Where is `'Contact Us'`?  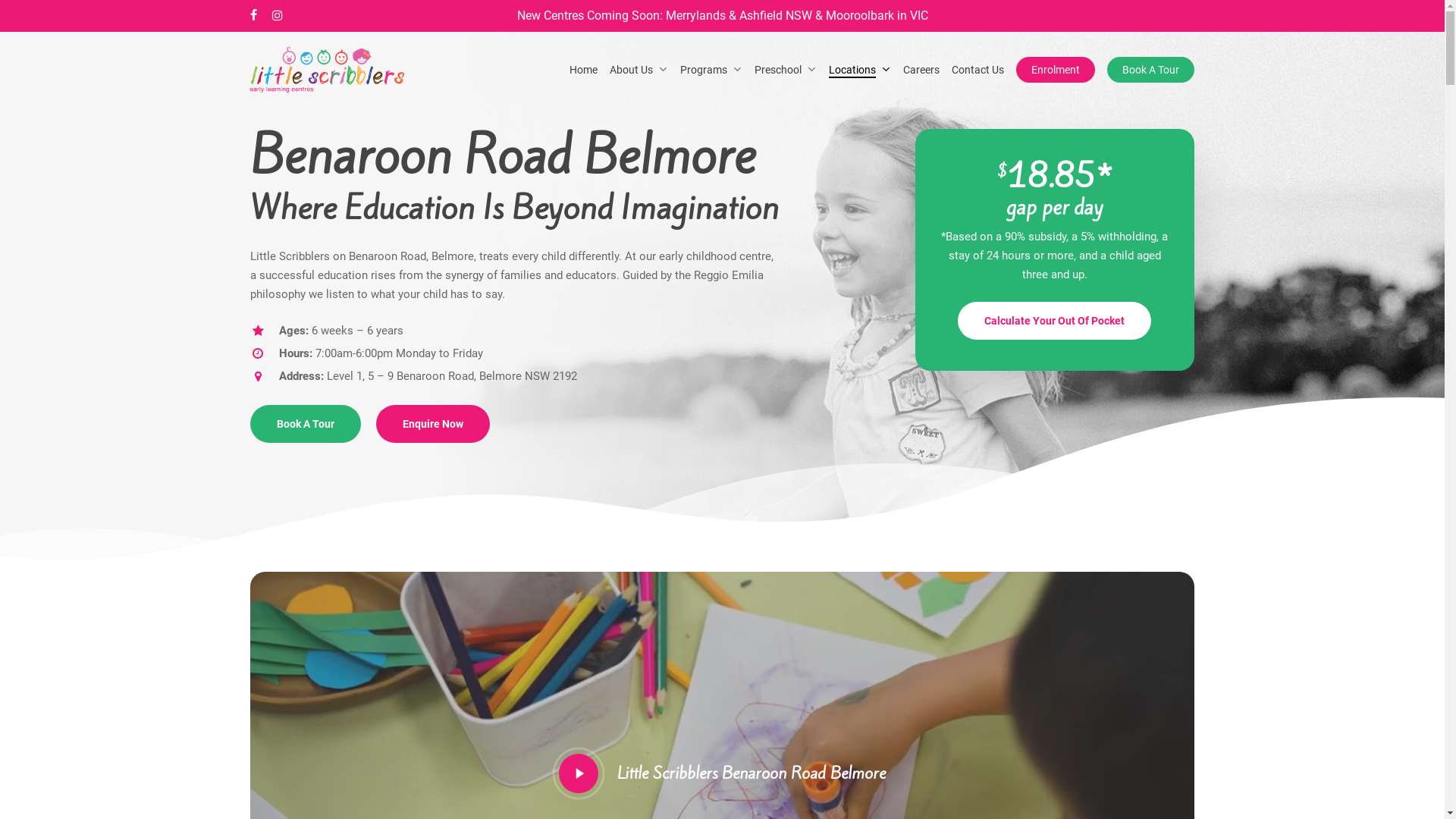 'Contact Us' is located at coordinates (977, 70).